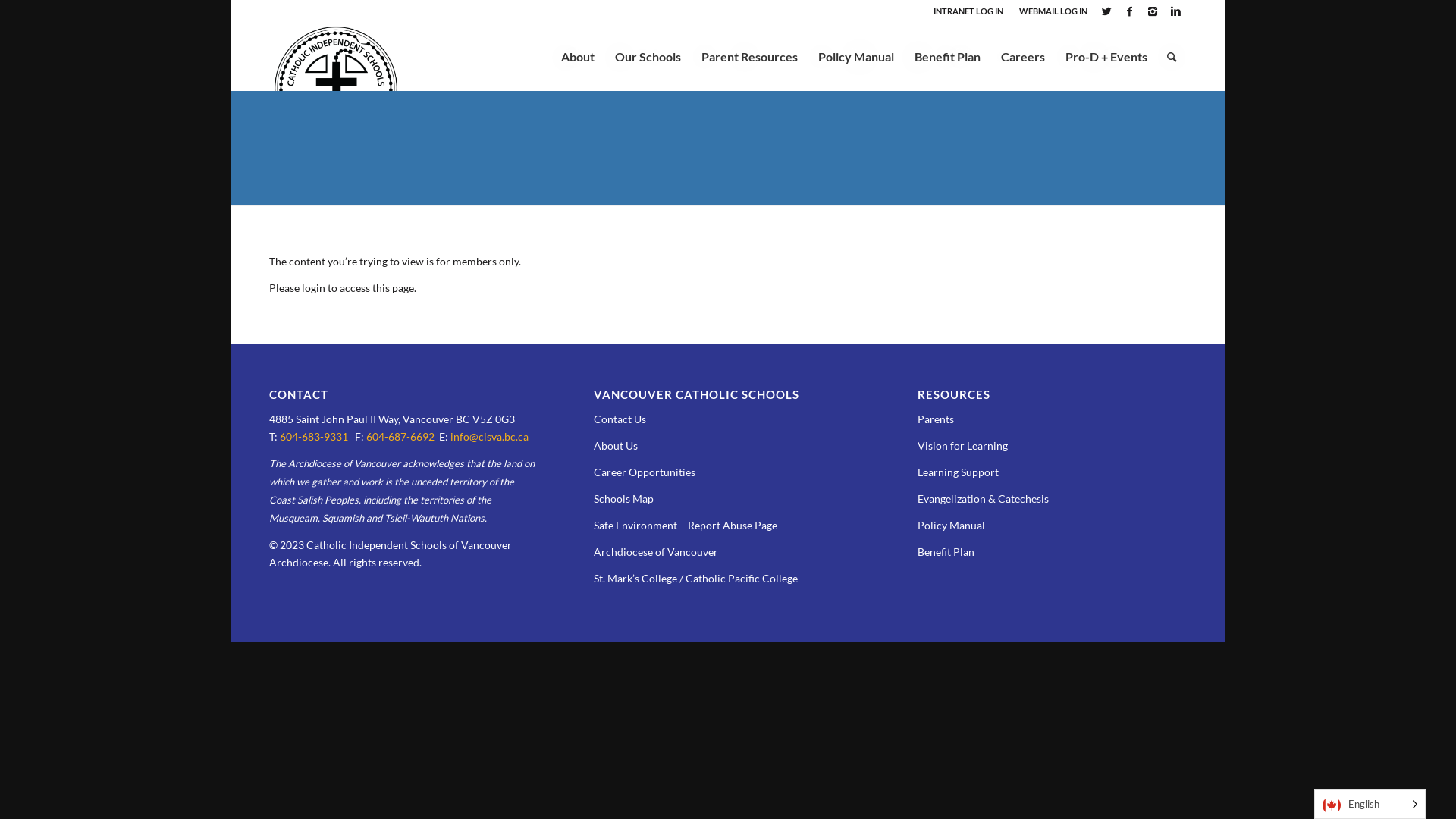 The height and width of the screenshot is (819, 1456). I want to click on 'Policy Manual', so click(855, 55).